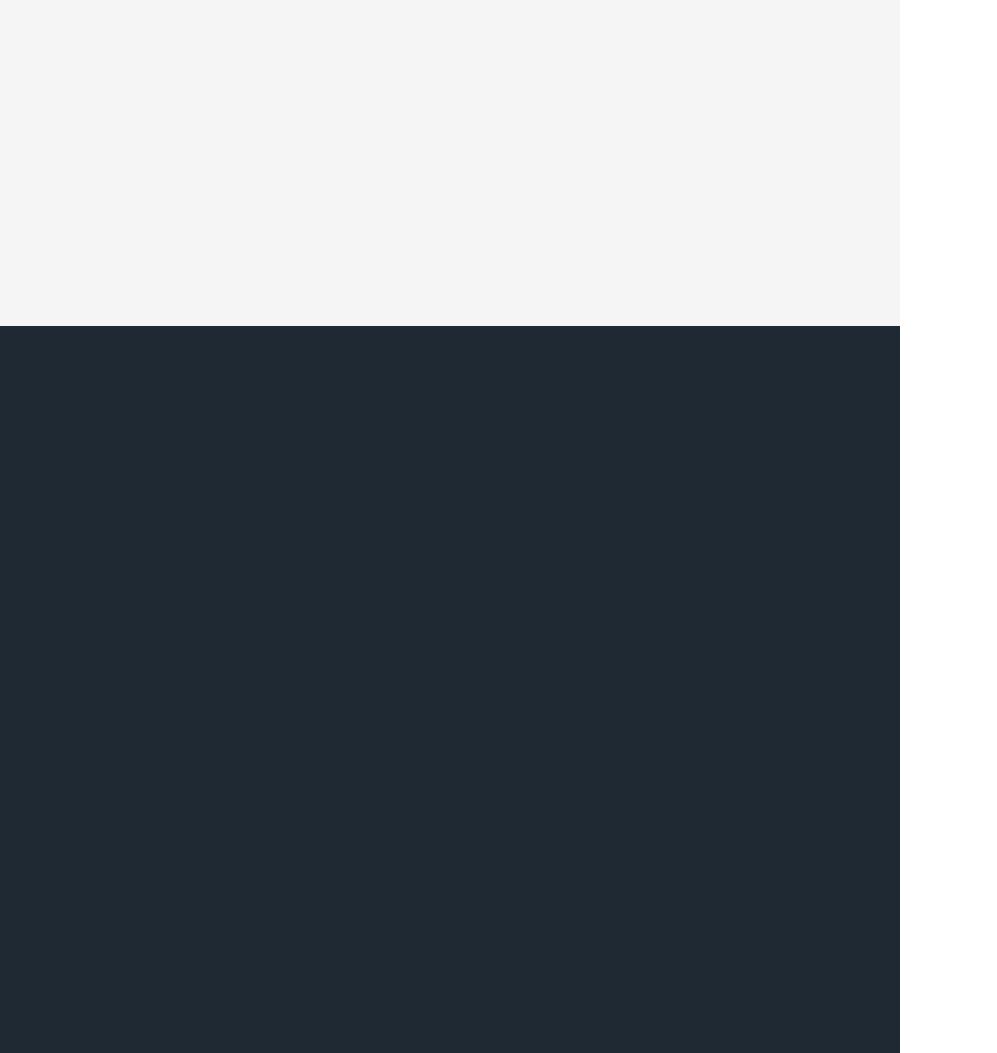  Describe the element at coordinates (60, 405) in the screenshot. I see `'Tech News'` at that location.